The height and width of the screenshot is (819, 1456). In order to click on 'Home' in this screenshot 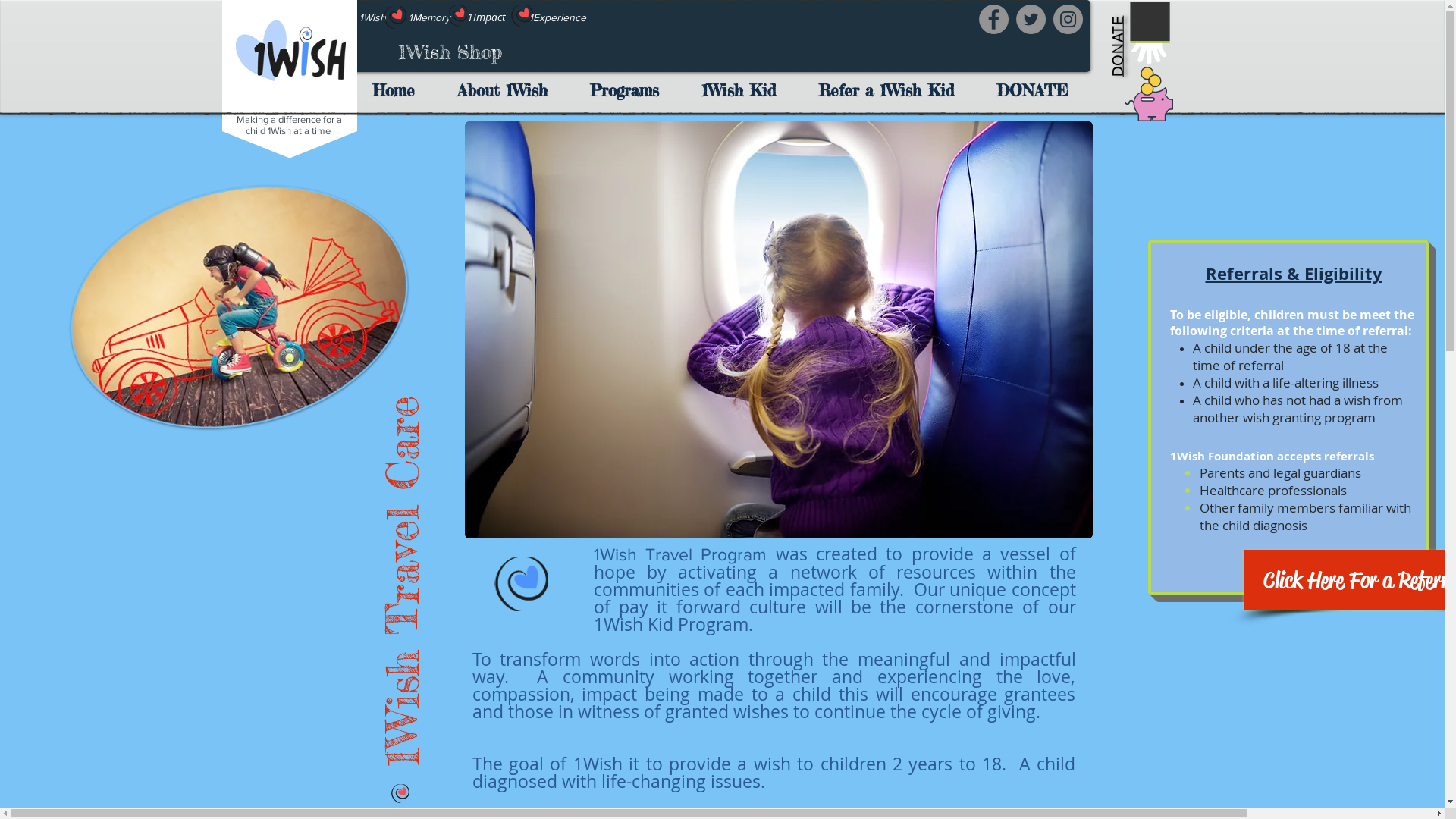, I will do `click(356, 89)`.